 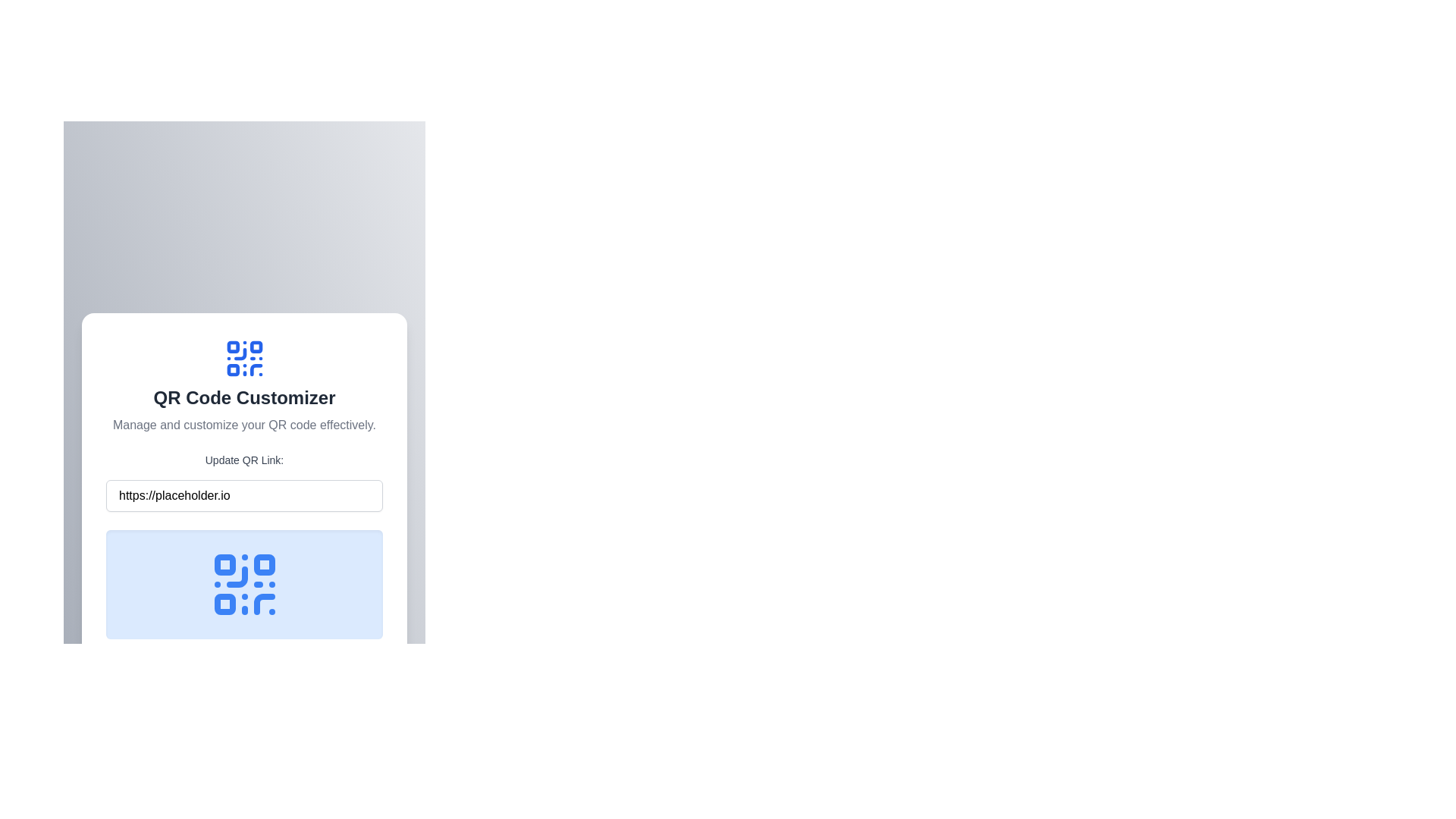 I want to click on the small blue square with rounded corners, the second square in the top row of the QR code illustration, so click(x=256, y=347).